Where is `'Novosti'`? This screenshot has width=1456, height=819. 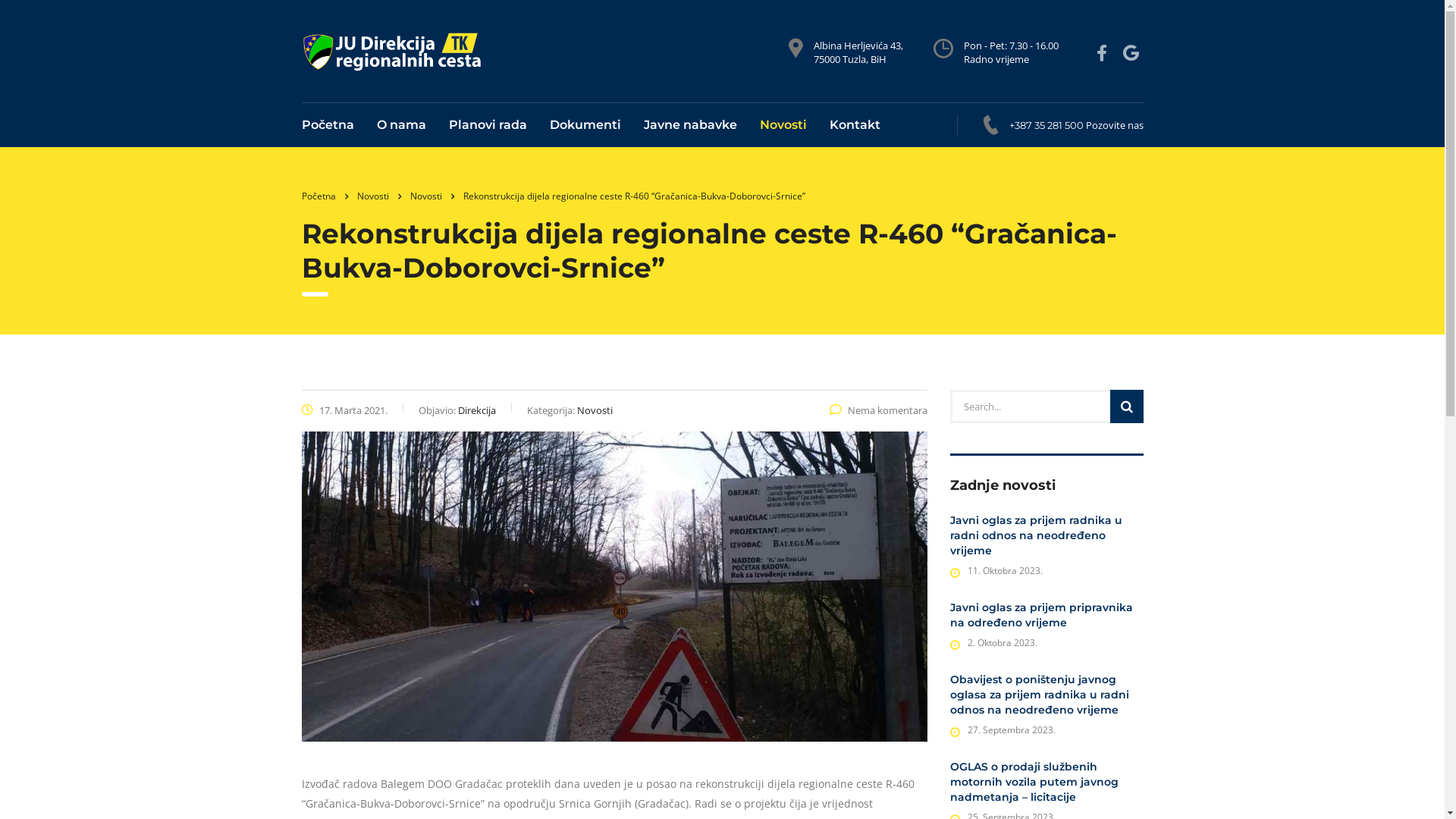
'Novosti' is located at coordinates (409, 195).